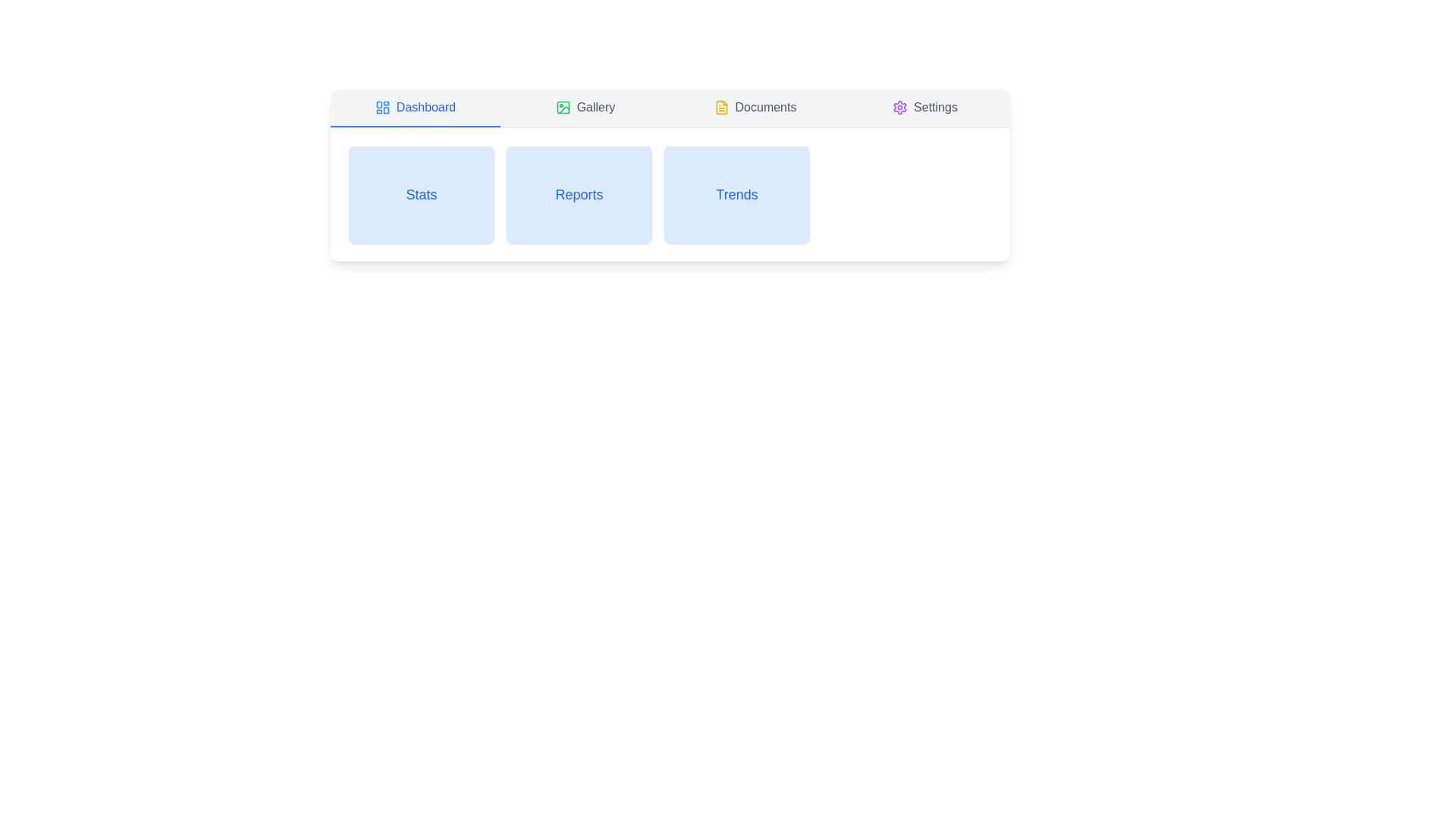 The image size is (1456, 819). I want to click on the 'Documents' tab button, which is the third tab in the tab navigation bar, so click(755, 107).